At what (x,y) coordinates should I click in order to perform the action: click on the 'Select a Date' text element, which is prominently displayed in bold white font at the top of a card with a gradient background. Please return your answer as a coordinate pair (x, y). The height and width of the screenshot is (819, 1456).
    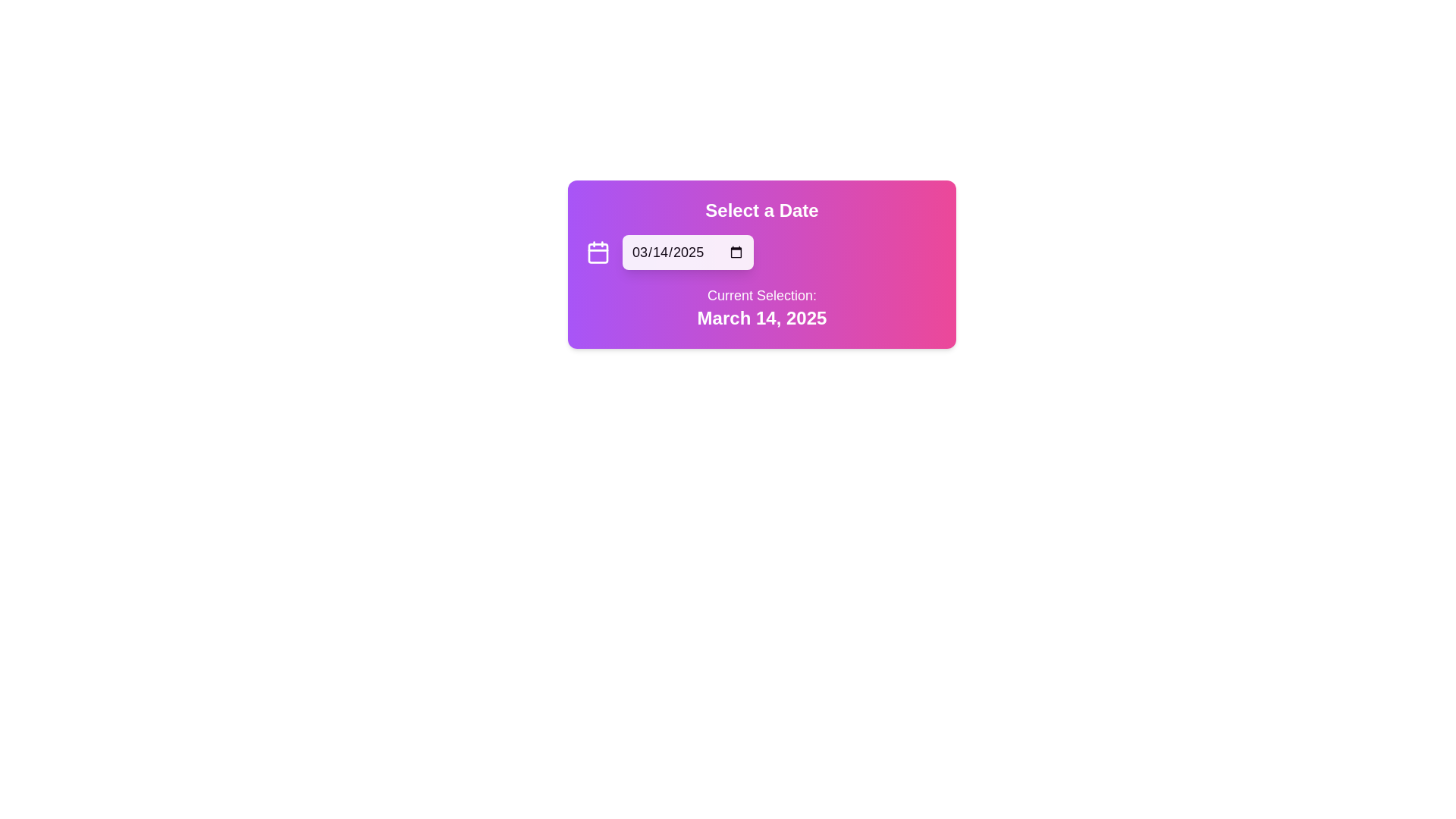
    Looking at the image, I should click on (761, 210).